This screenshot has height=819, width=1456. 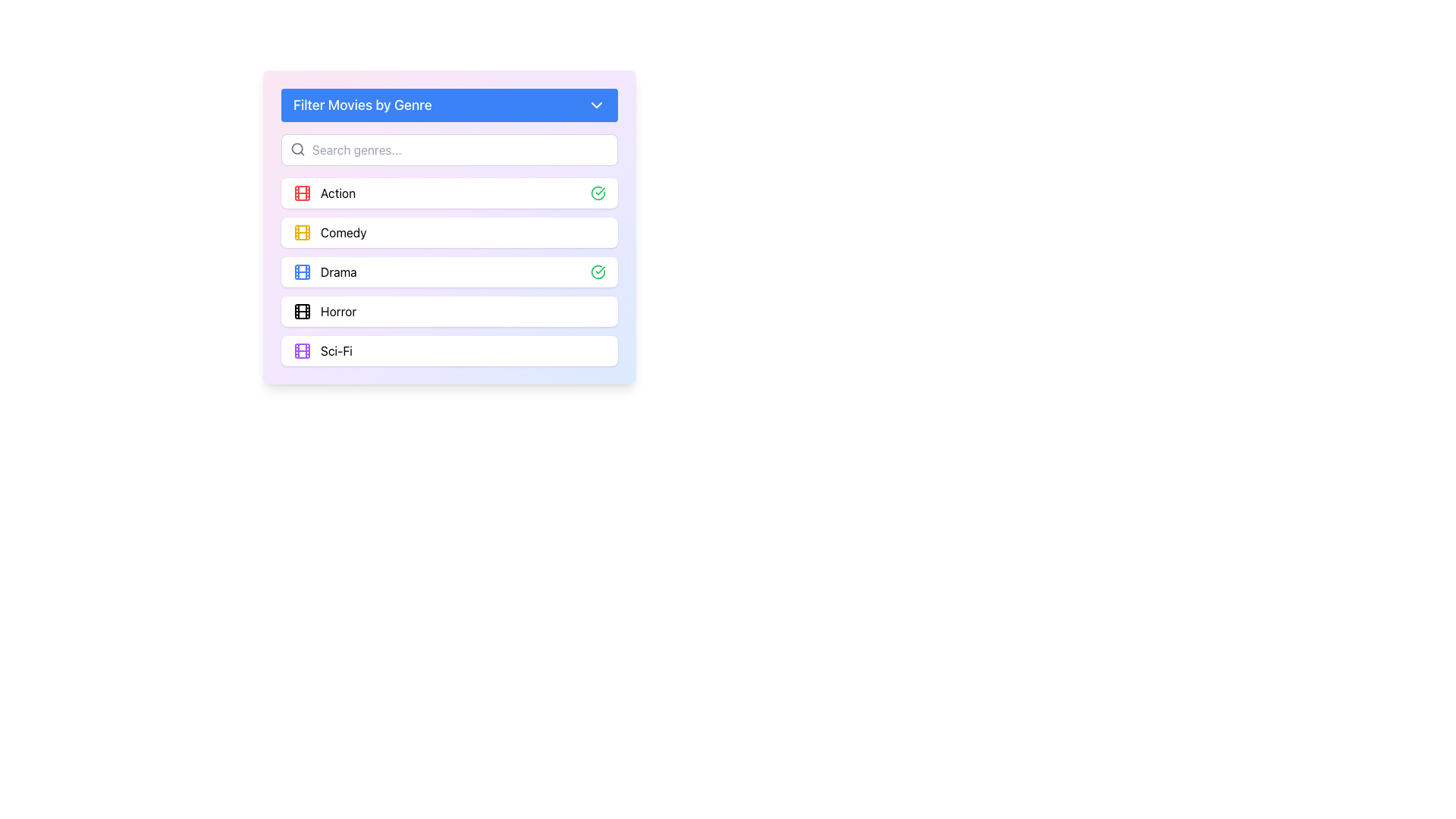 What do you see at coordinates (324, 271) in the screenshot?
I see `to select the 'Drama' genre, which is represented by the text label 'Drama' followed by a blue film frame icon, located in the vertically stacked list of genre options under 'Filter Movies by Genre'` at bounding box center [324, 271].